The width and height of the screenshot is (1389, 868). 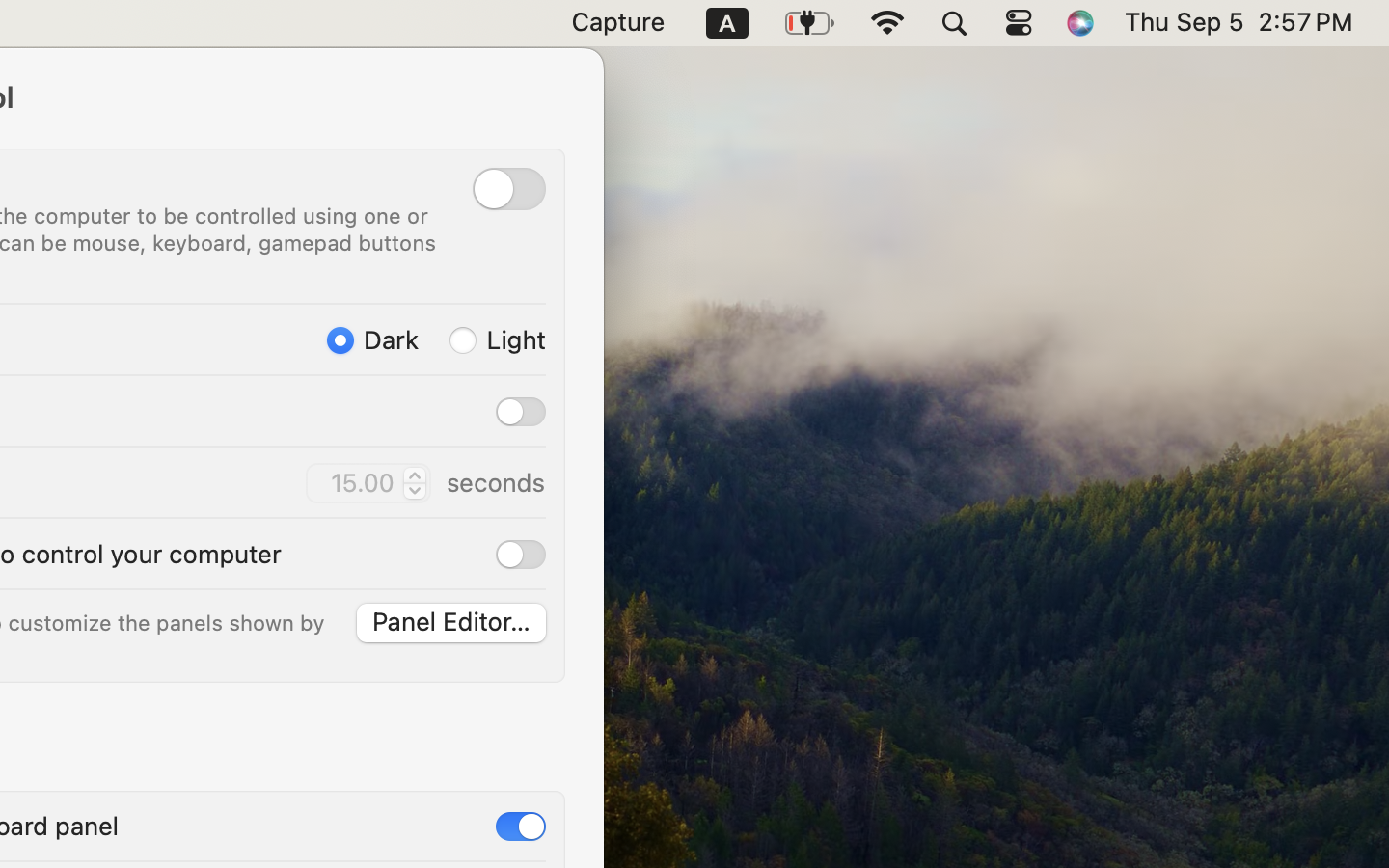 I want to click on '15.0', so click(x=412, y=481).